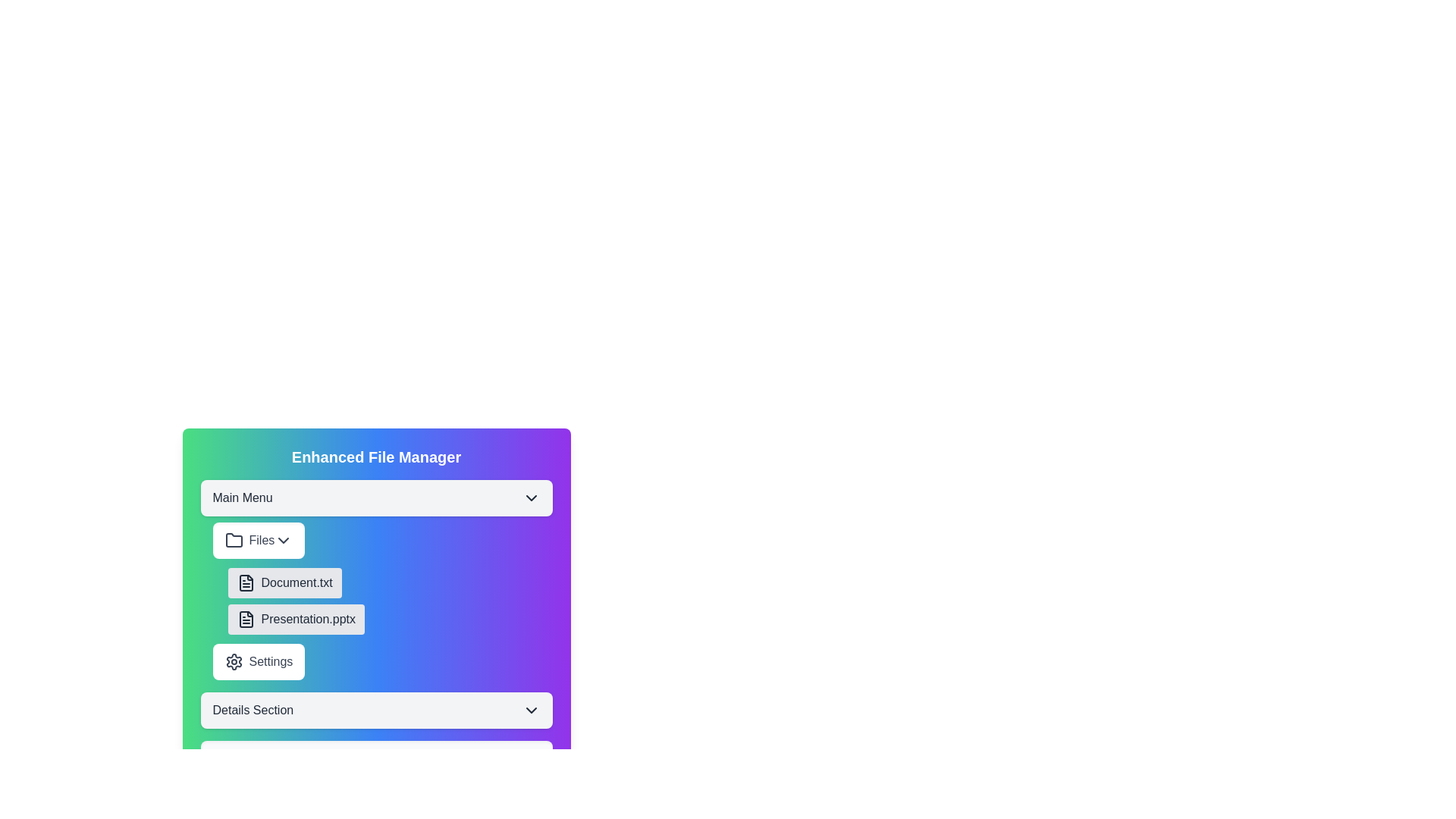 The width and height of the screenshot is (1456, 819). Describe the element at coordinates (259, 540) in the screenshot. I see `the Expandable button with accompanying icons` at that location.